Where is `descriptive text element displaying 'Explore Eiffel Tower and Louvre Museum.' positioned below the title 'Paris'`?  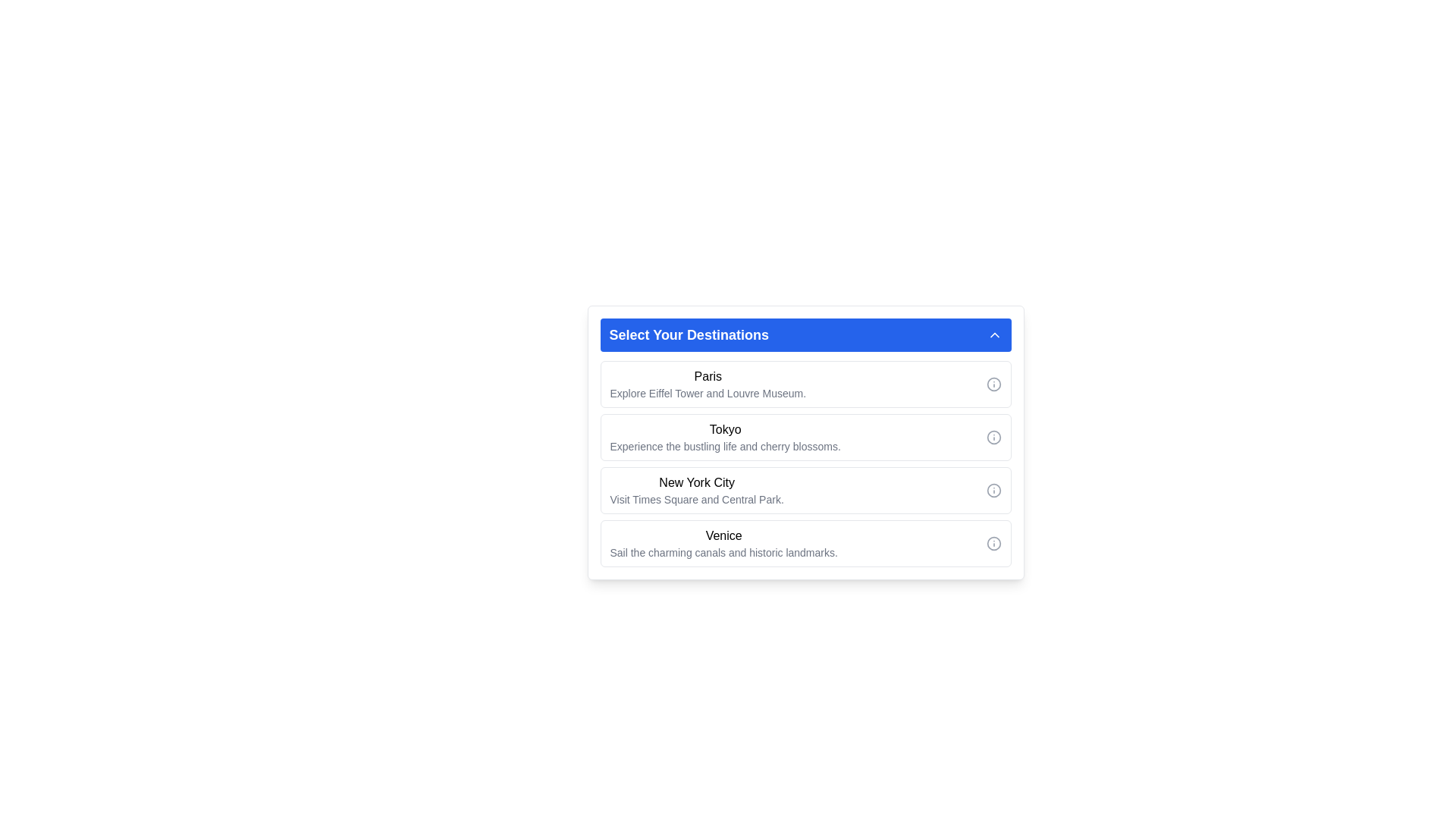 descriptive text element displaying 'Explore Eiffel Tower and Louvre Museum.' positioned below the title 'Paris' is located at coordinates (707, 393).